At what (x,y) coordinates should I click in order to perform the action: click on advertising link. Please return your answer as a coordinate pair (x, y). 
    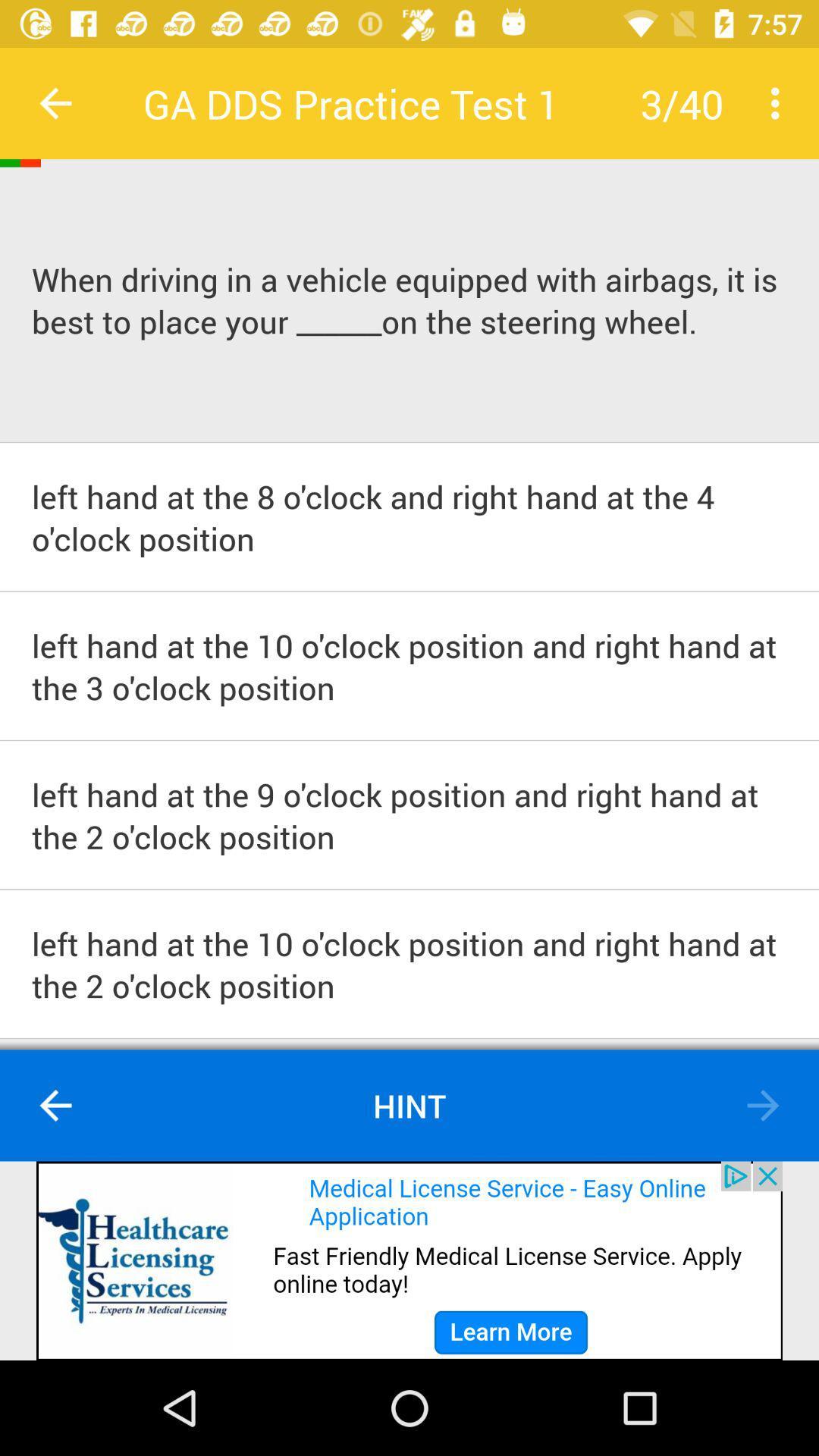
    Looking at the image, I should click on (409, 1260).